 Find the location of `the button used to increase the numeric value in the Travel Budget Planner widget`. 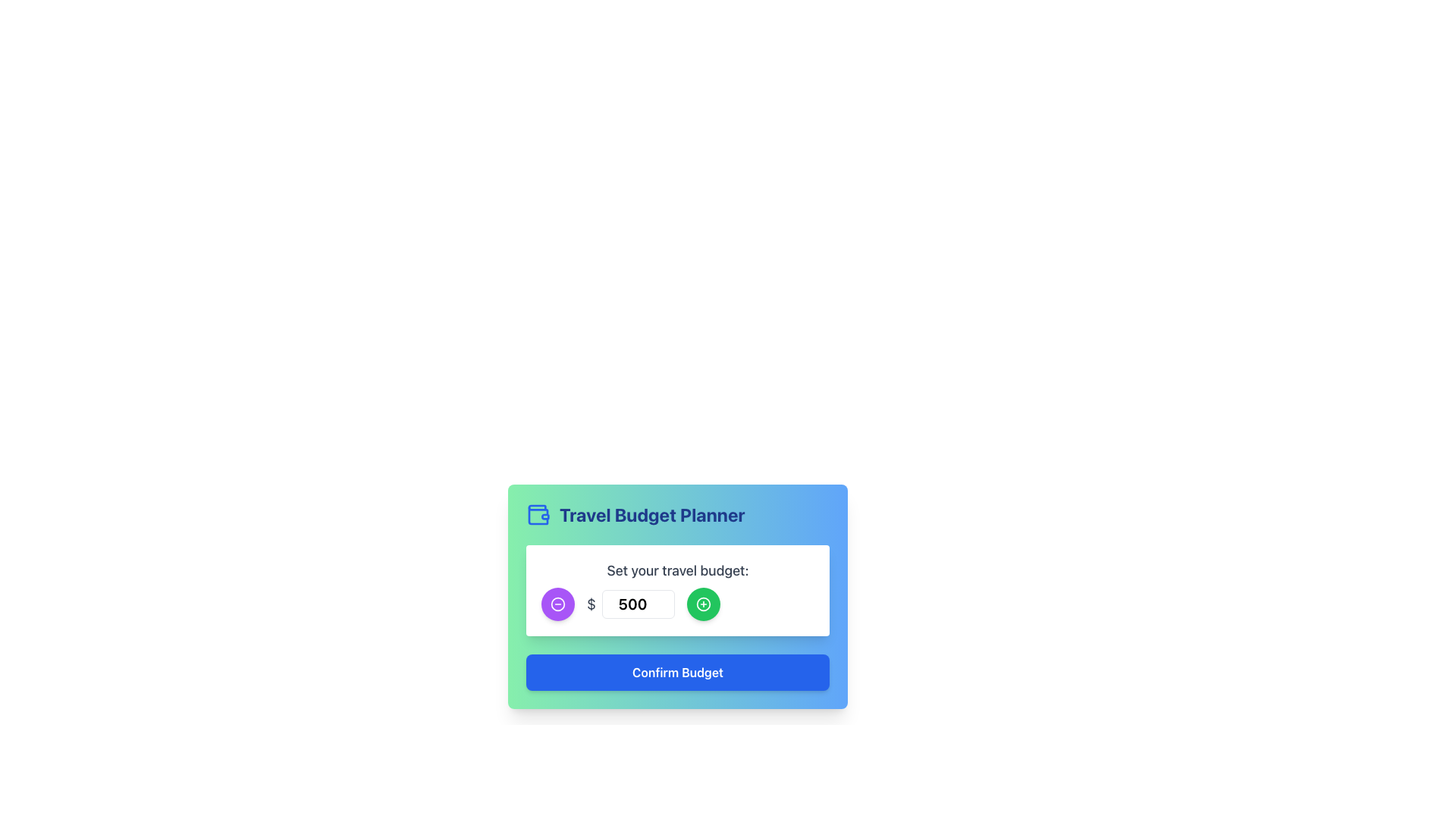

the button used to increase the numeric value in the Travel Budget Planner widget is located at coordinates (702, 604).